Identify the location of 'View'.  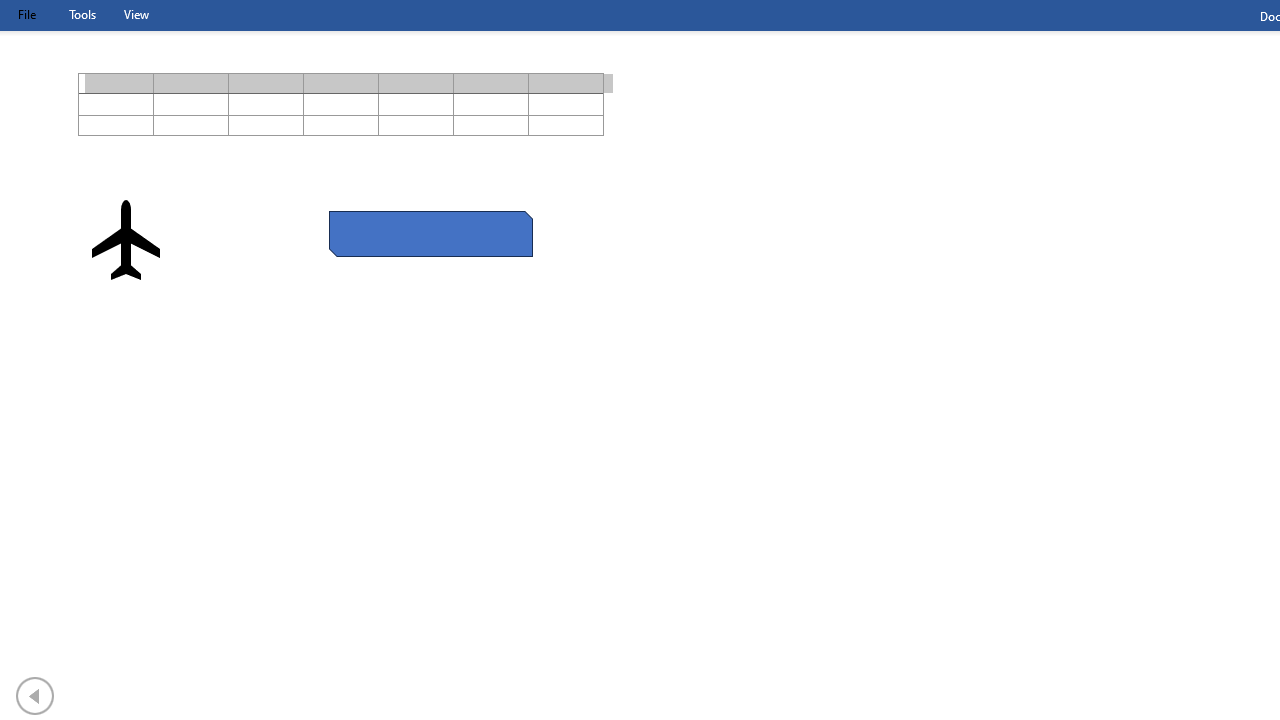
(135, 14).